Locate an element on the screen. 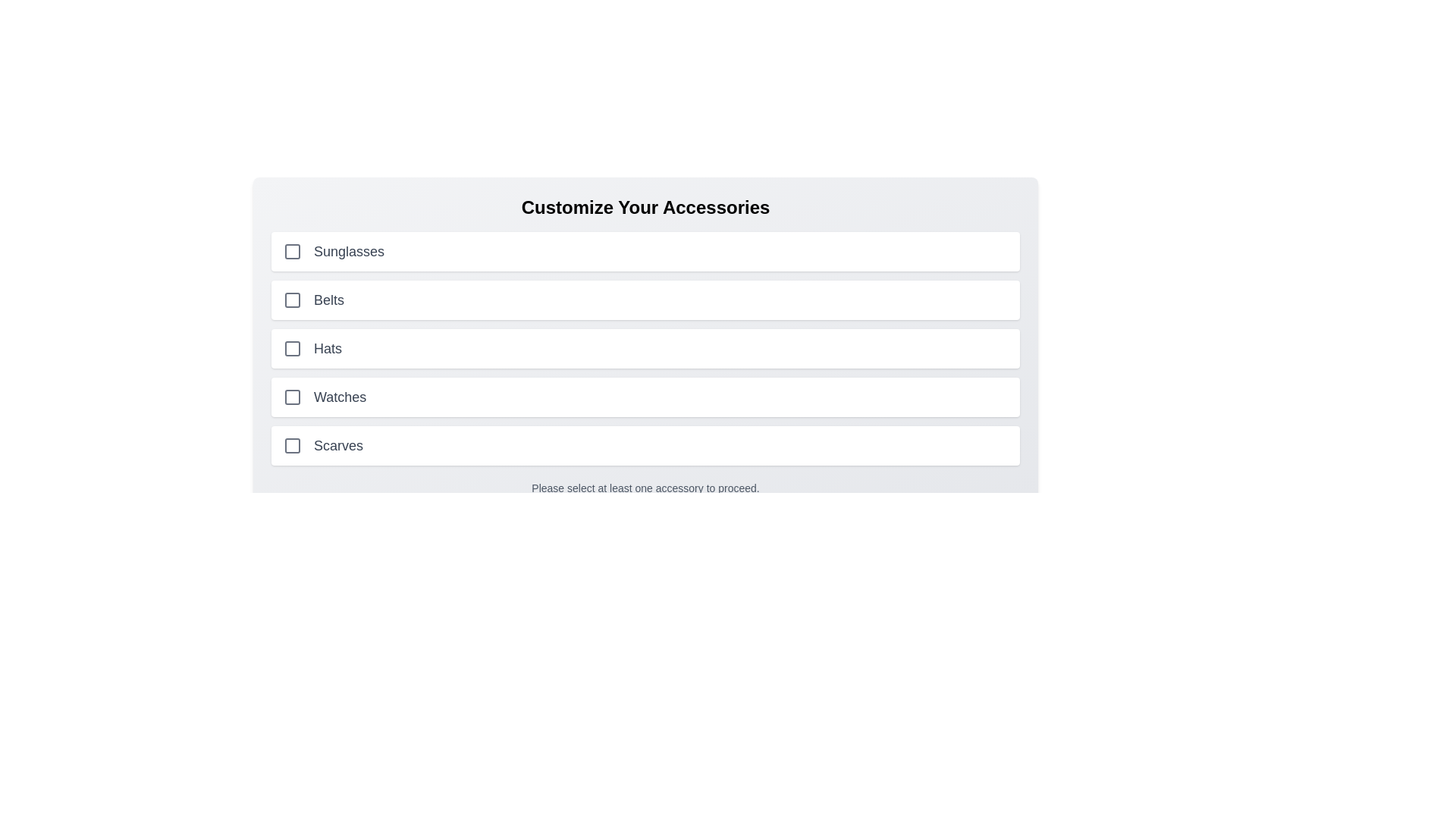 Image resolution: width=1456 pixels, height=819 pixels. the text label 'Hats' which is positioned as the third item in a vertical list within a card layout is located at coordinates (327, 348).